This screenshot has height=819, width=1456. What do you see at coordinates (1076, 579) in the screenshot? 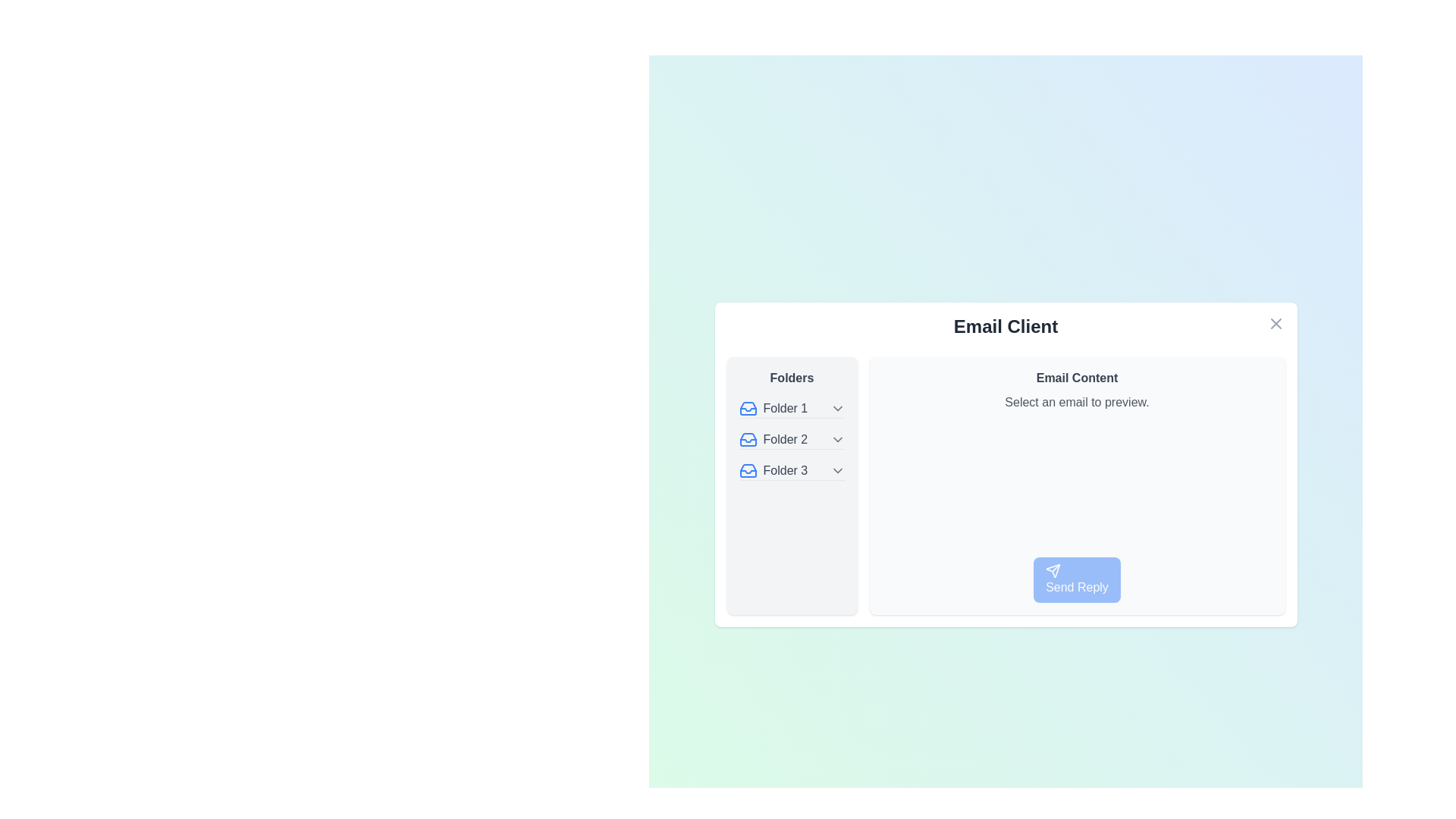
I see `the reply button located below the text 'Select an email` at bounding box center [1076, 579].